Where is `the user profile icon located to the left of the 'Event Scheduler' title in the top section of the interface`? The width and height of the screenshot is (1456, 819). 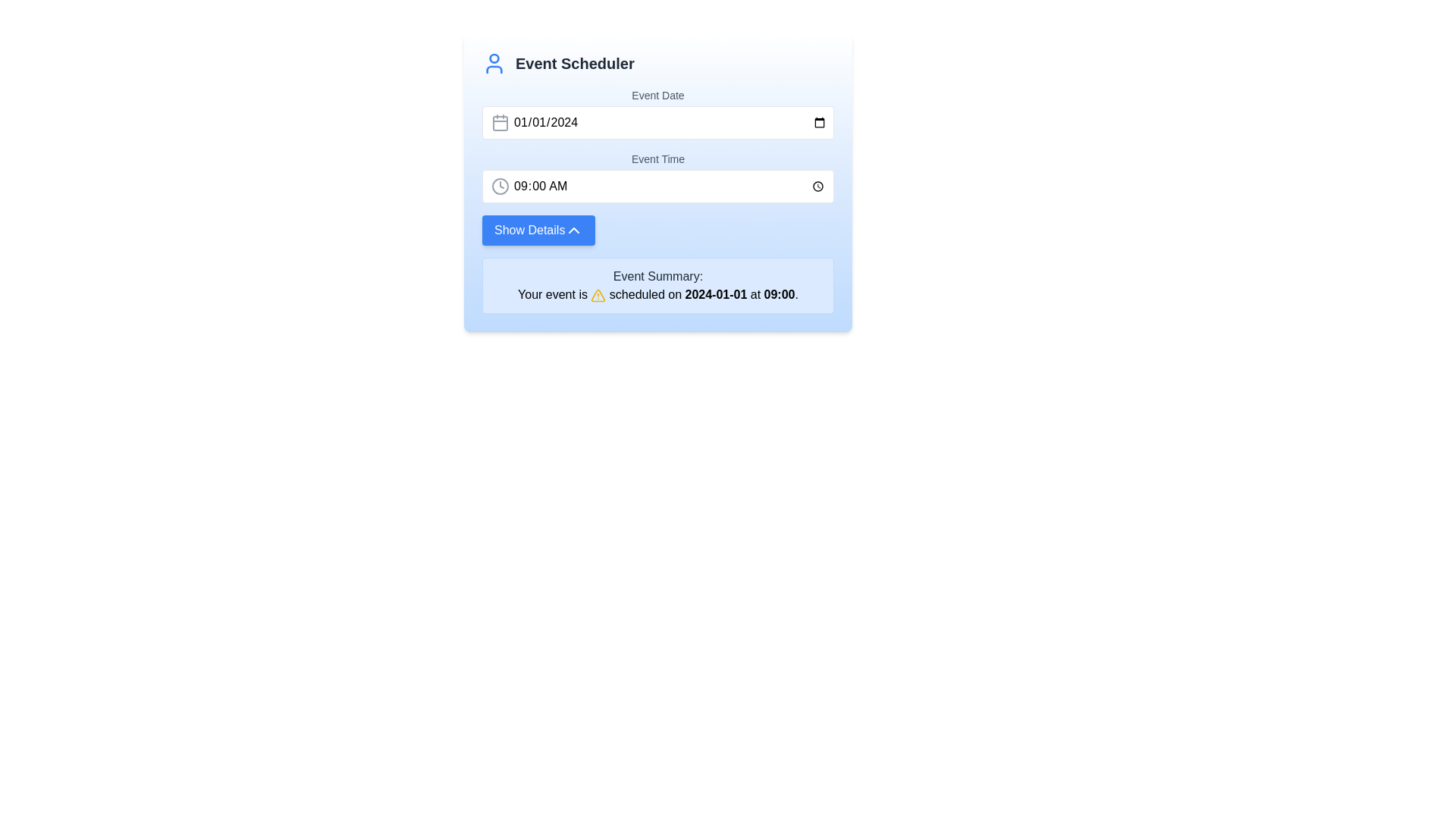
the user profile icon located to the left of the 'Event Scheduler' title in the top section of the interface is located at coordinates (494, 63).